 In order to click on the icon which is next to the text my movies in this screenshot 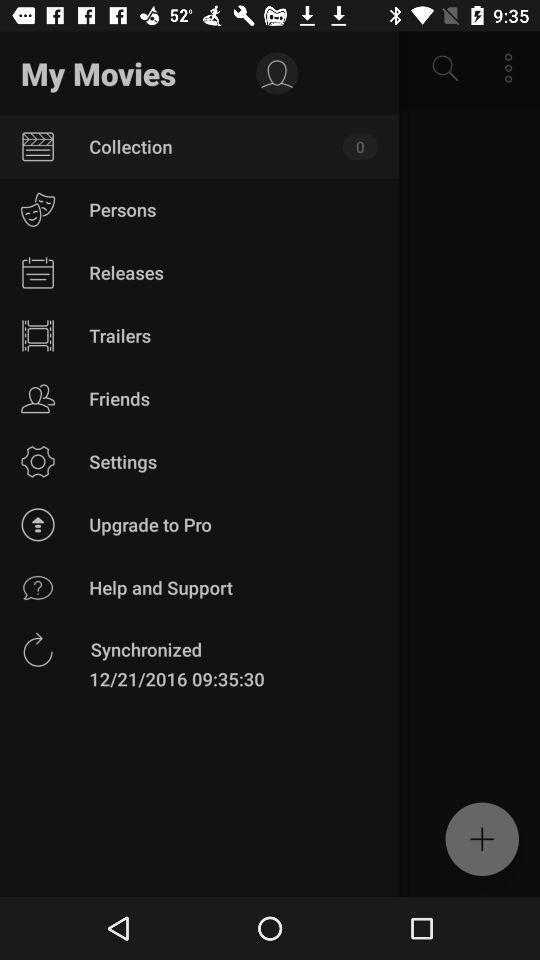, I will do `click(276, 74)`.